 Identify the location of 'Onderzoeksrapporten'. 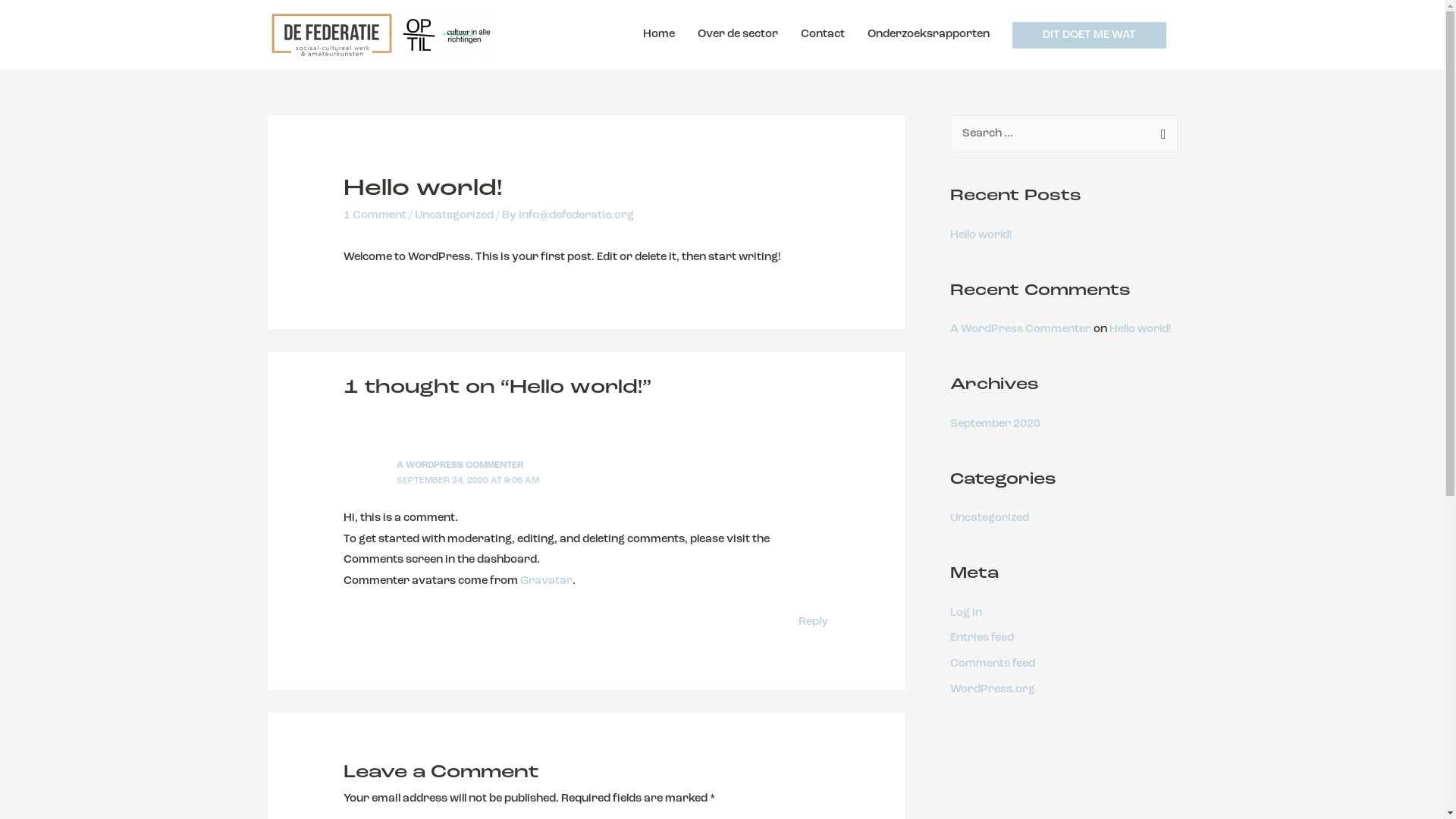
(855, 34).